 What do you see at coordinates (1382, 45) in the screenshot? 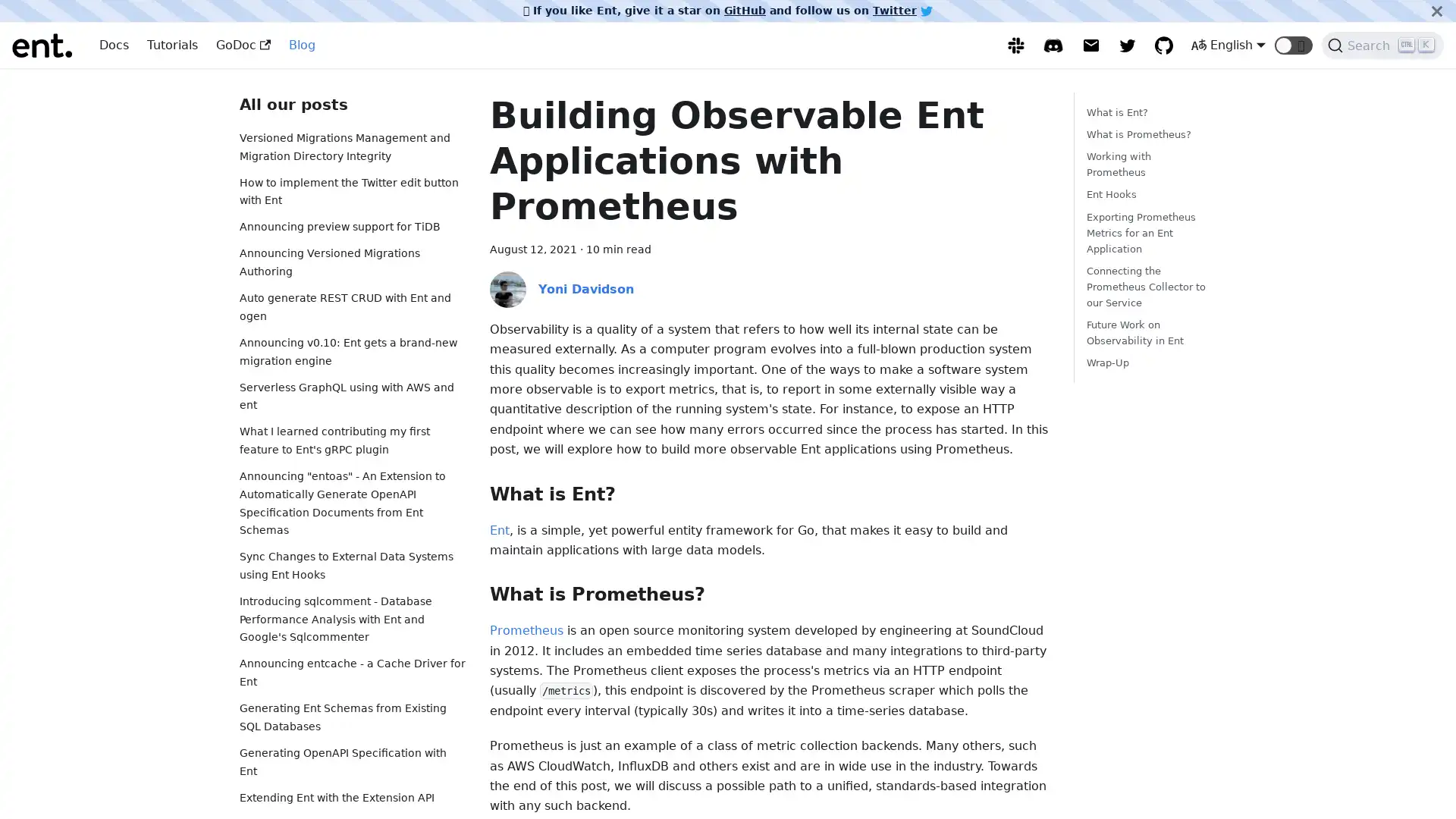
I see `Search` at bounding box center [1382, 45].